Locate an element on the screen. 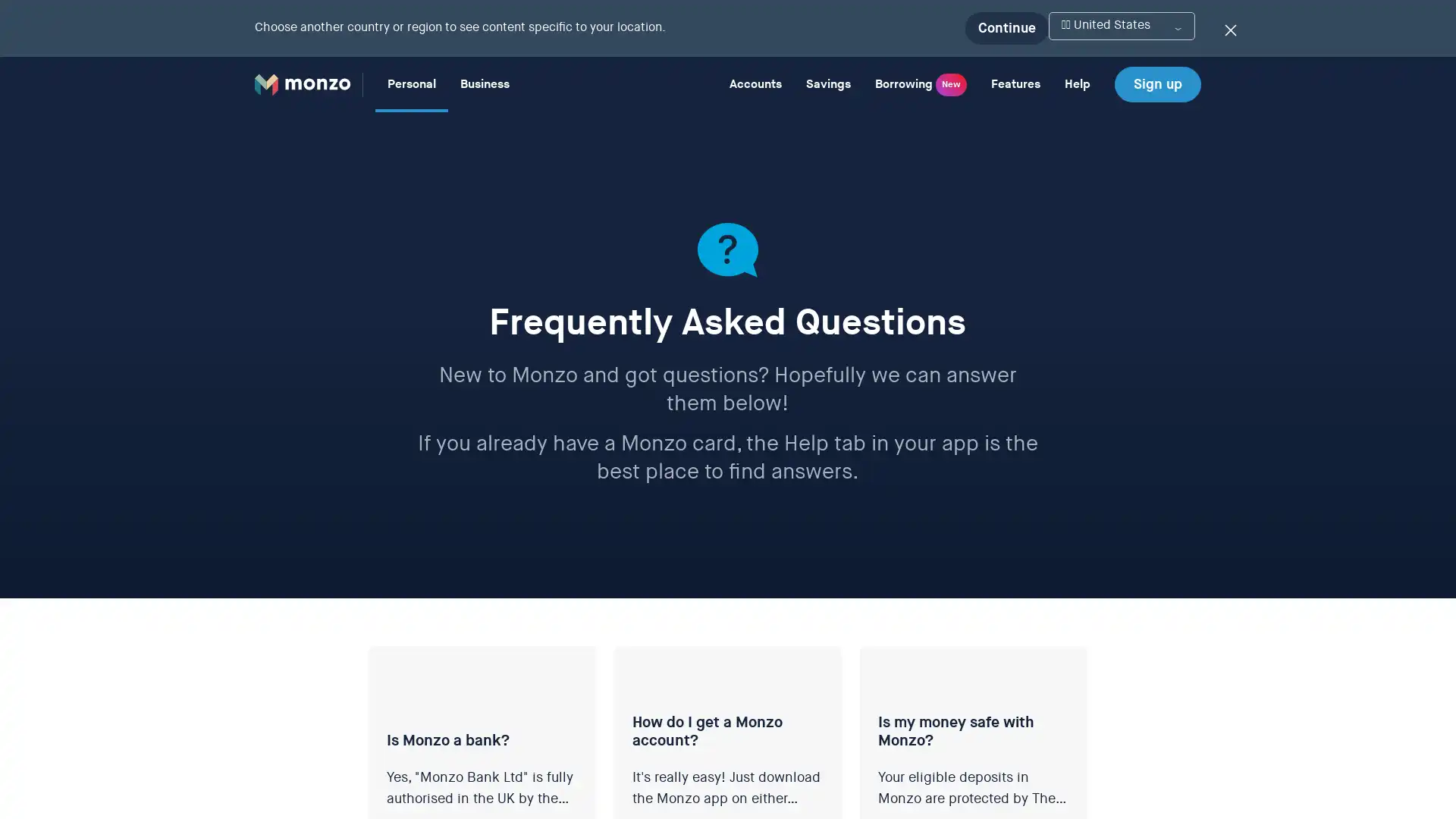 The image size is (1456, 819). Borrowing New is located at coordinates (920, 84).